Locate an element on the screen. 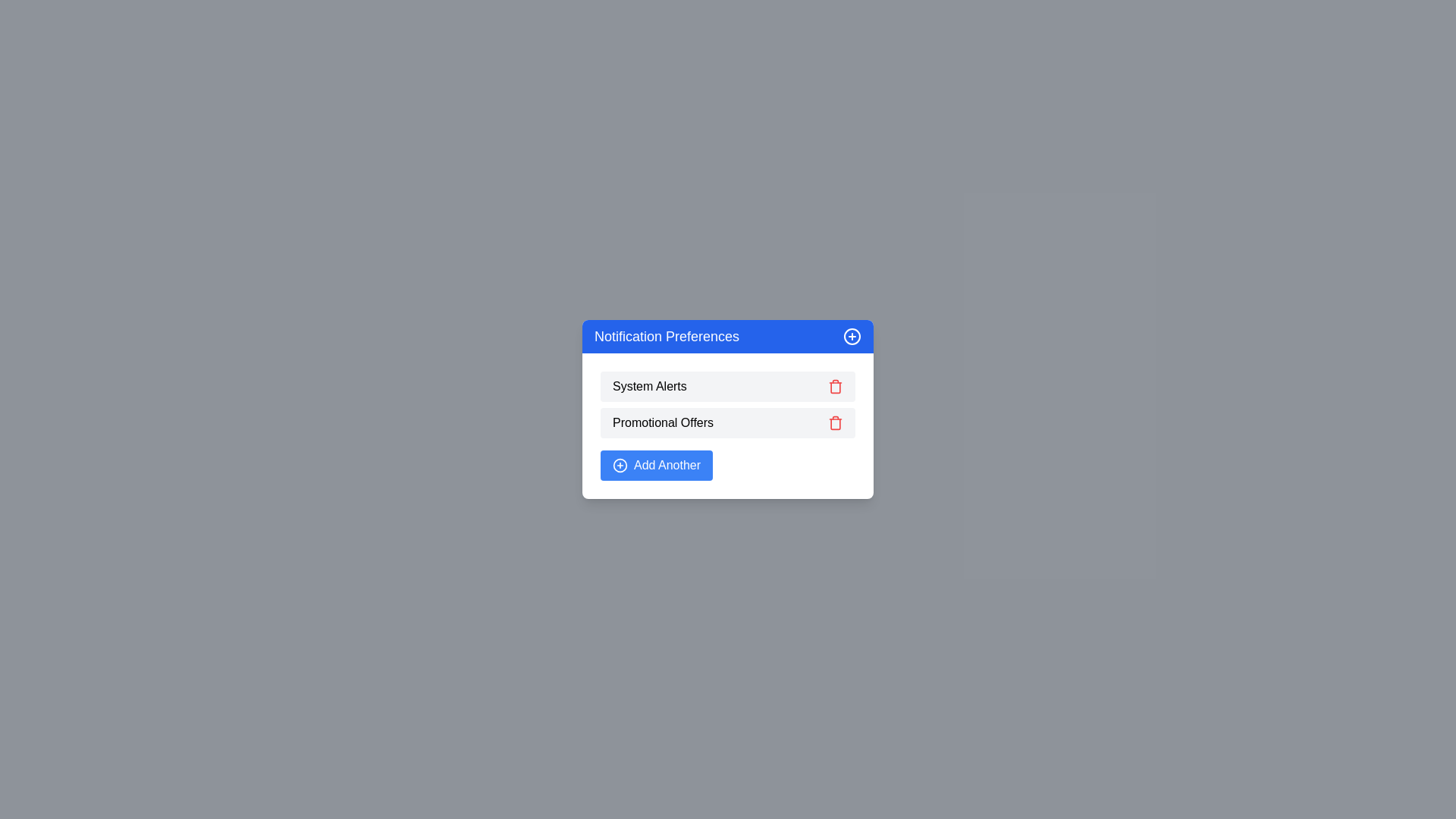  the static text label that serves as the title of the dialog box for notification preferences management, located in the blue header section at the top left of the dialog box is located at coordinates (667, 335).